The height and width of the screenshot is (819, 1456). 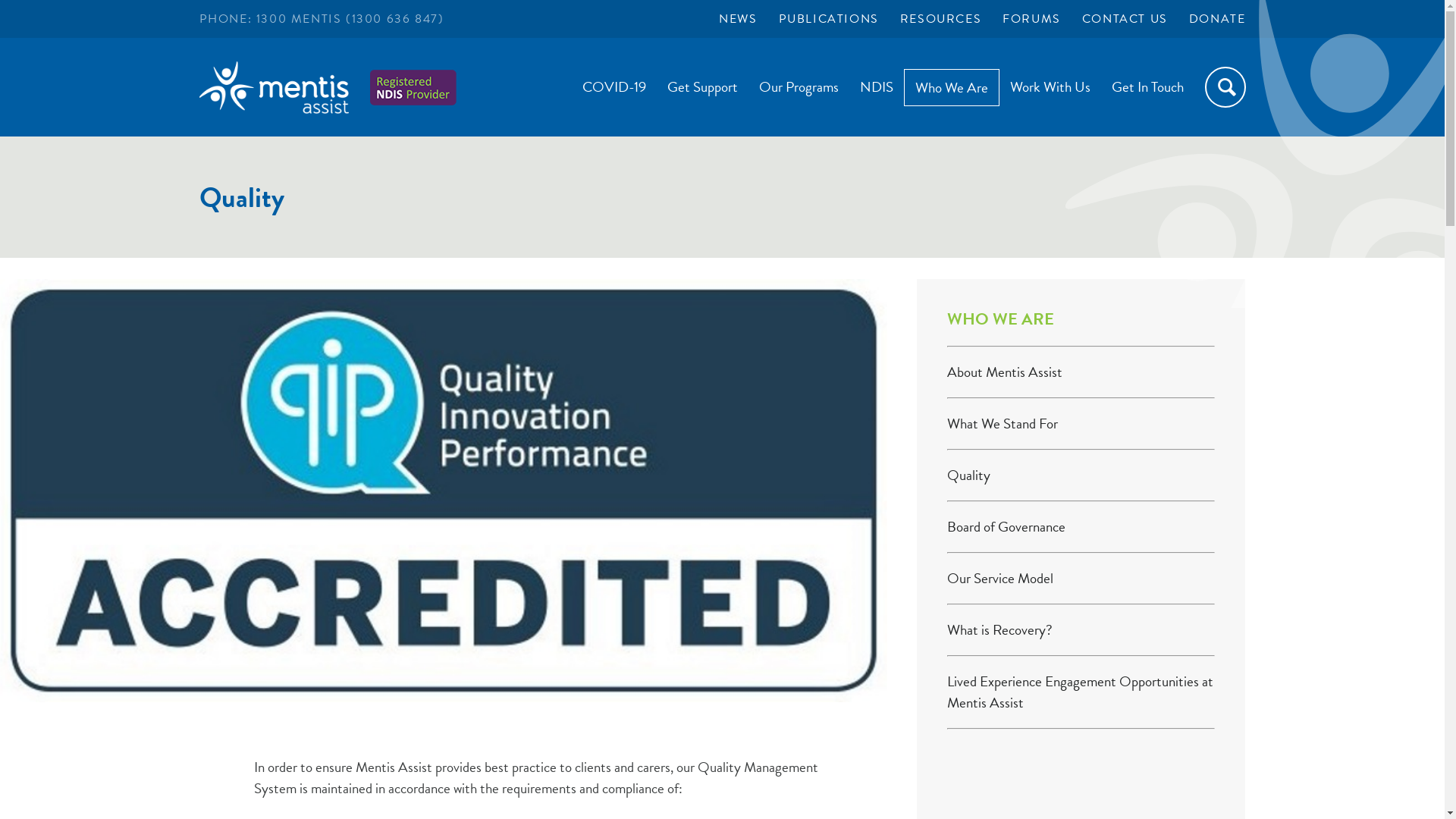 What do you see at coordinates (1004, 372) in the screenshot?
I see `'About Mentis Assist'` at bounding box center [1004, 372].